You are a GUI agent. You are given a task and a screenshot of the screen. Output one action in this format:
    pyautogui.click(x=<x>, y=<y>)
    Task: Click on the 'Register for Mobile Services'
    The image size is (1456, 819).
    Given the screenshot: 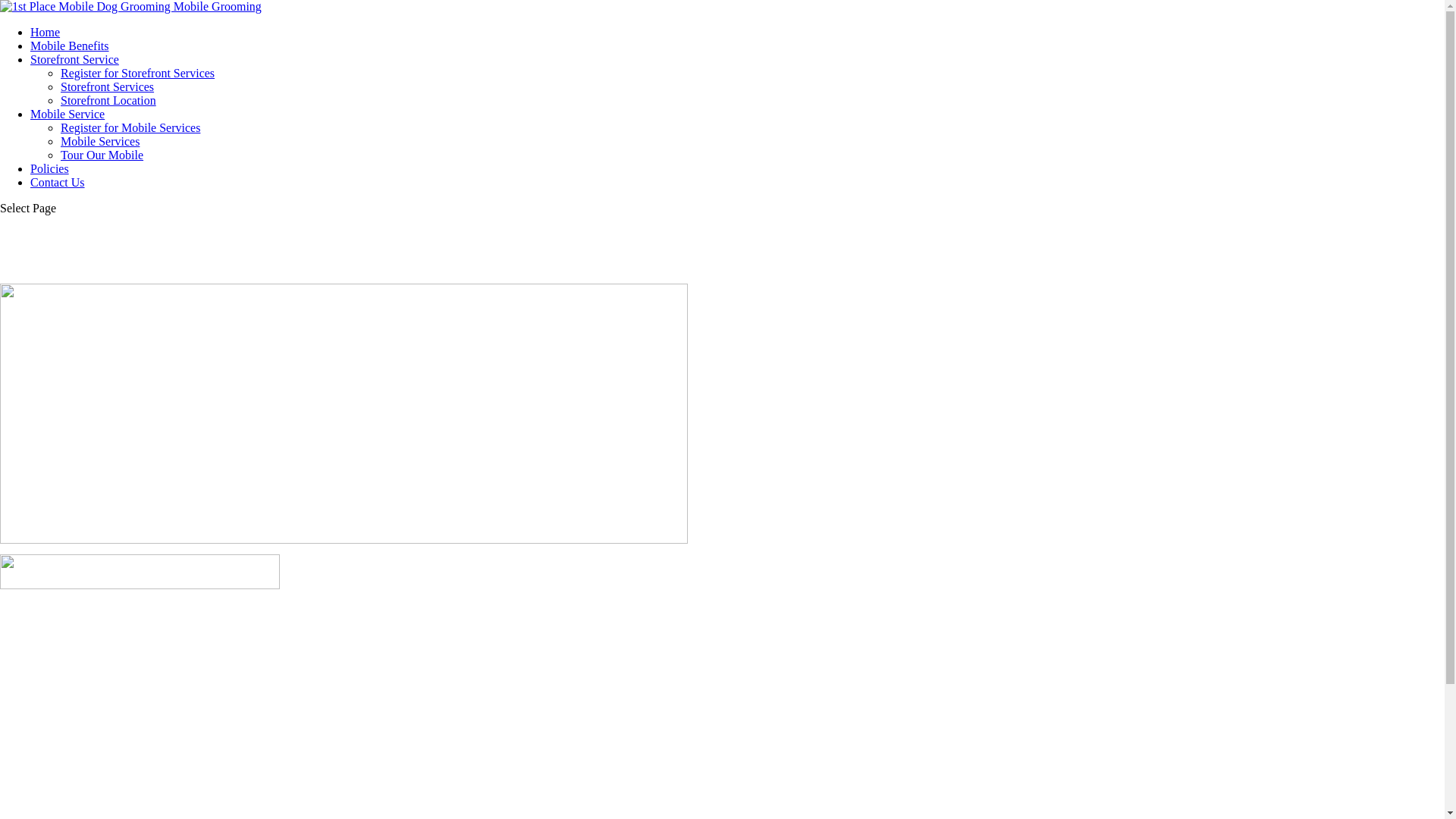 What is the action you would take?
    pyautogui.click(x=130, y=127)
    